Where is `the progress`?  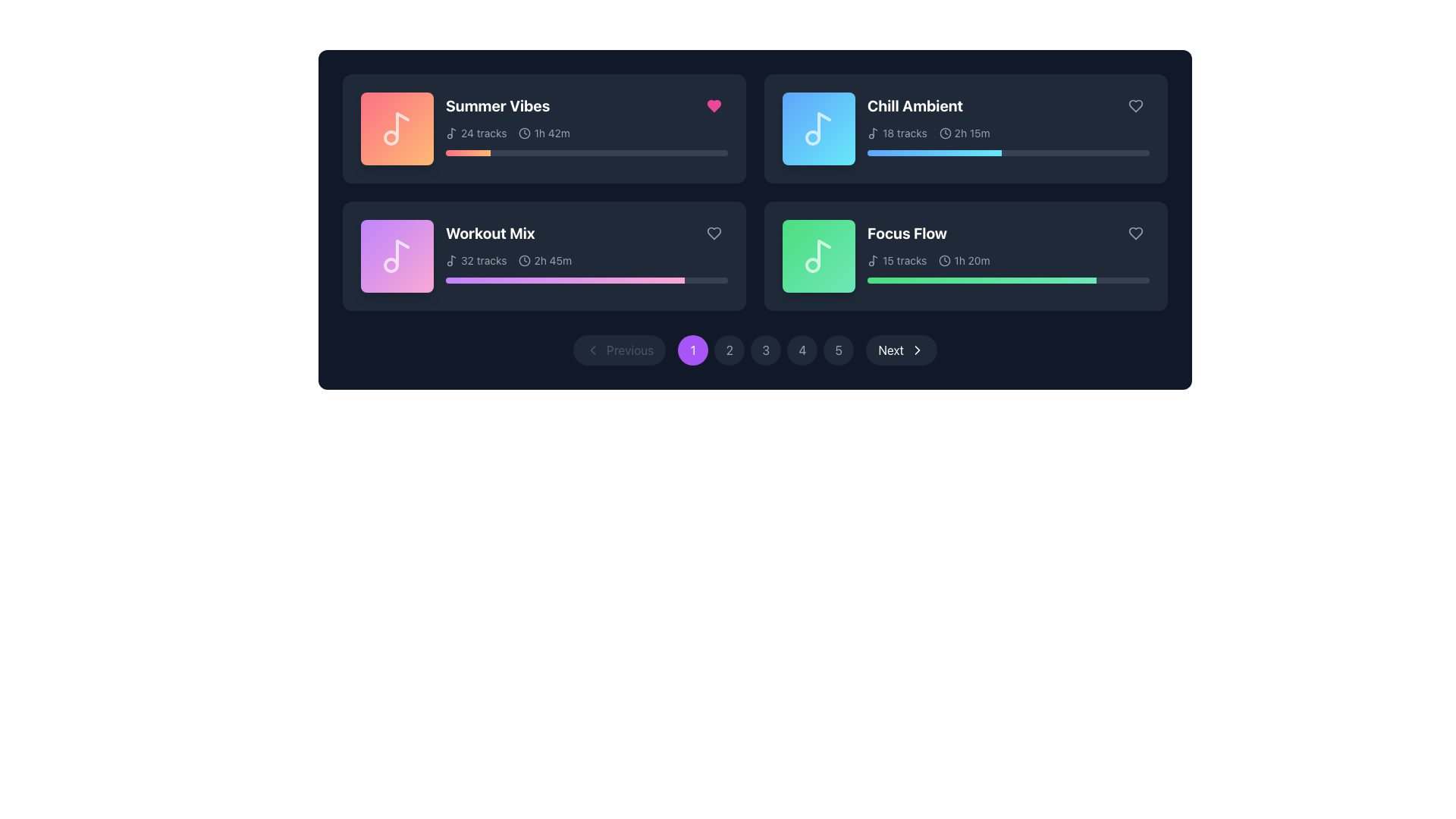
the progress is located at coordinates (507, 152).